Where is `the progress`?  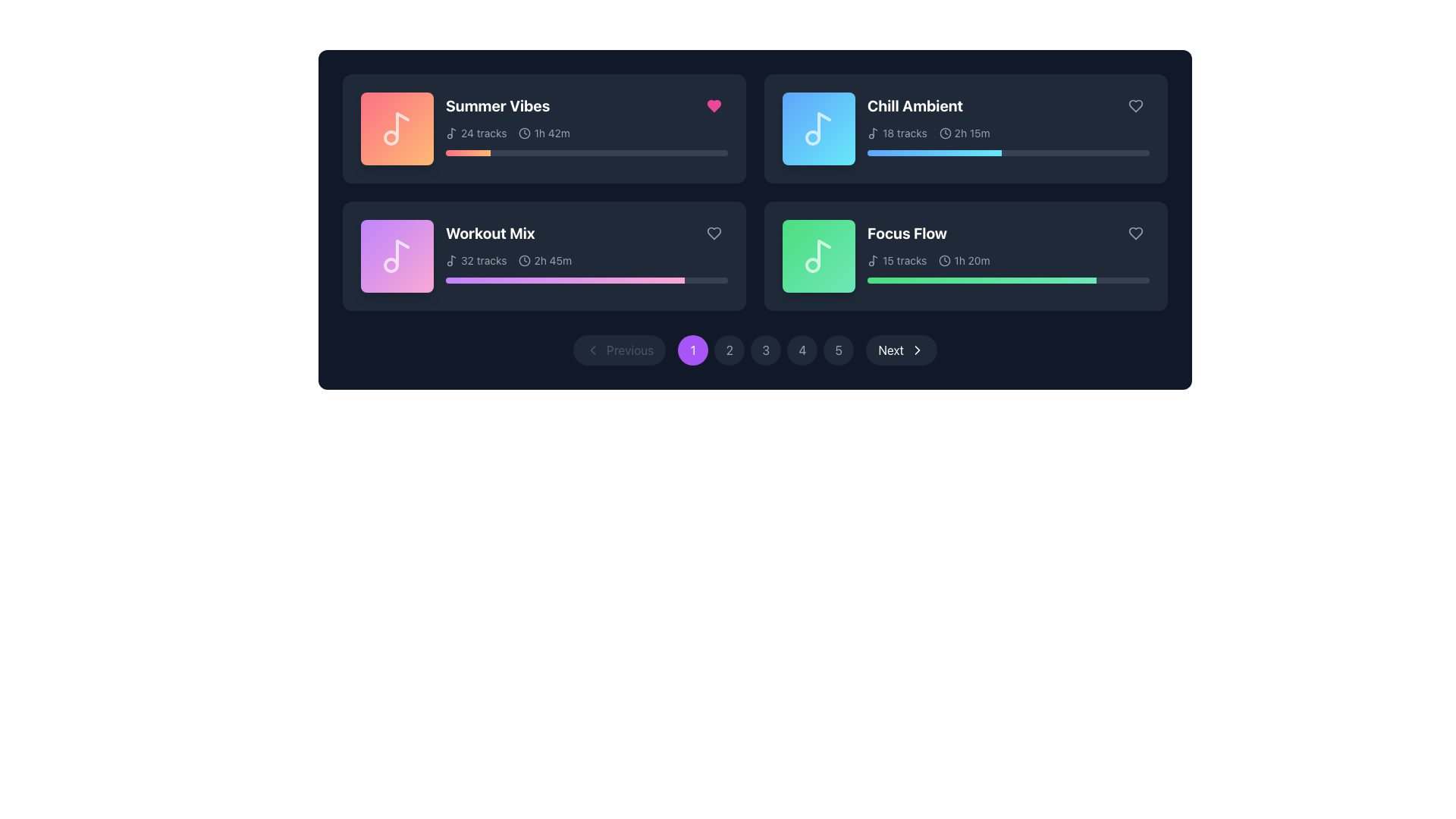
the progress is located at coordinates (507, 152).